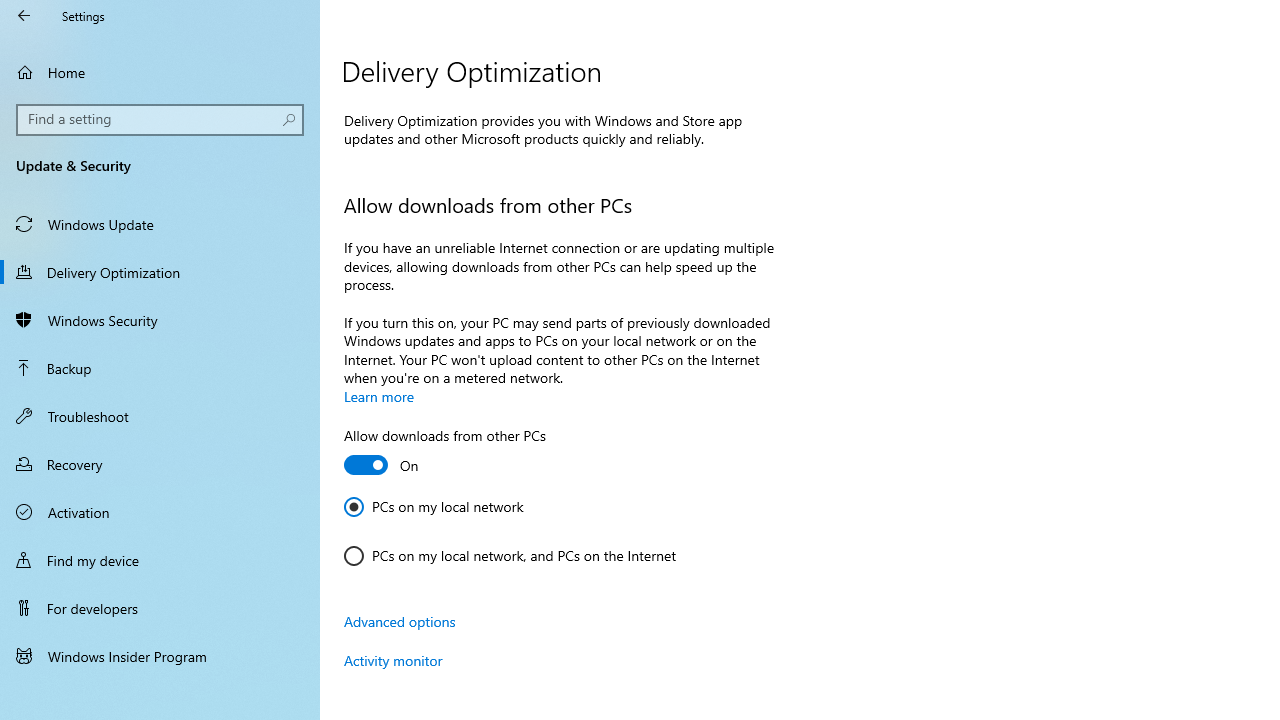 The width and height of the screenshot is (1280, 720). What do you see at coordinates (160, 119) in the screenshot?
I see `'Search box, Find a setting'` at bounding box center [160, 119].